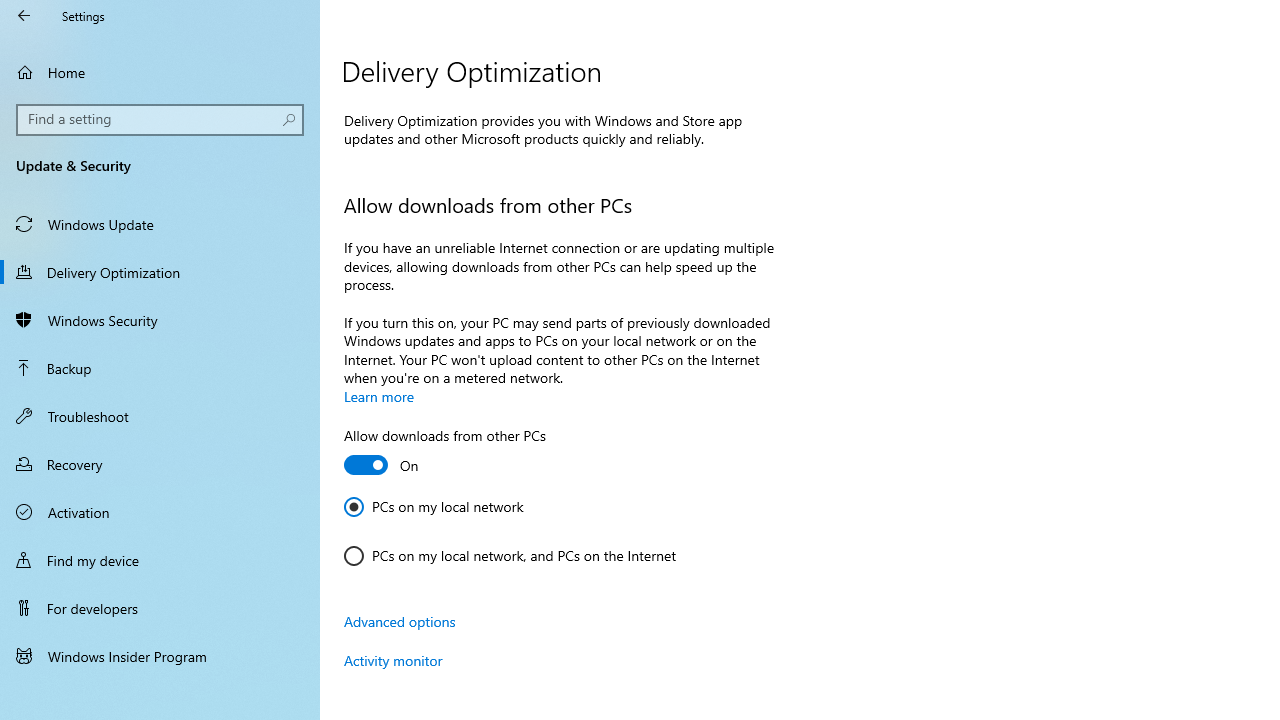 The width and height of the screenshot is (1280, 720). What do you see at coordinates (160, 119) in the screenshot?
I see `'Search box, Find a setting'` at bounding box center [160, 119].